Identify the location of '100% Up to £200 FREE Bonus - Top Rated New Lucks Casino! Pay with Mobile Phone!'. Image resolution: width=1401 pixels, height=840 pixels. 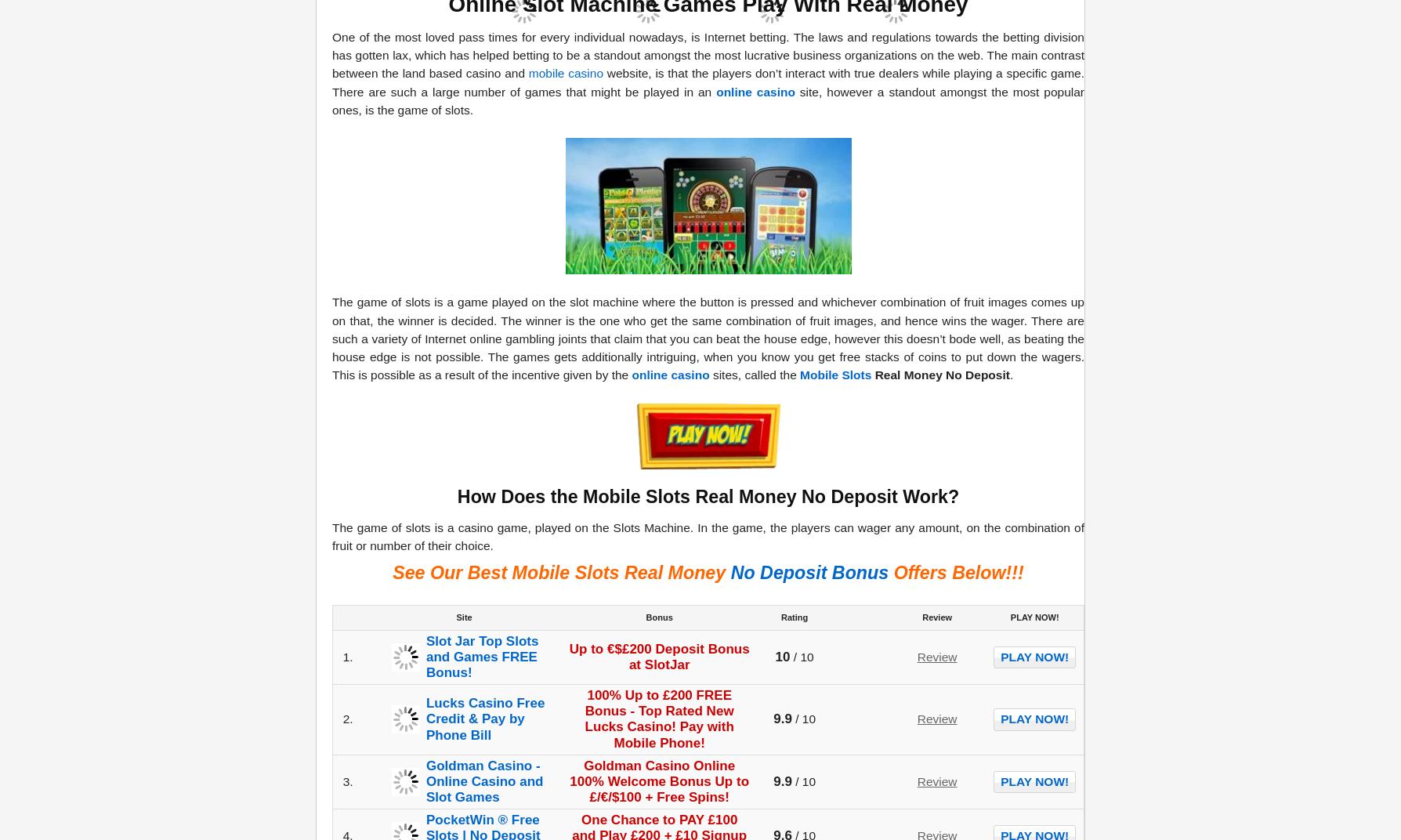
(658, 719).